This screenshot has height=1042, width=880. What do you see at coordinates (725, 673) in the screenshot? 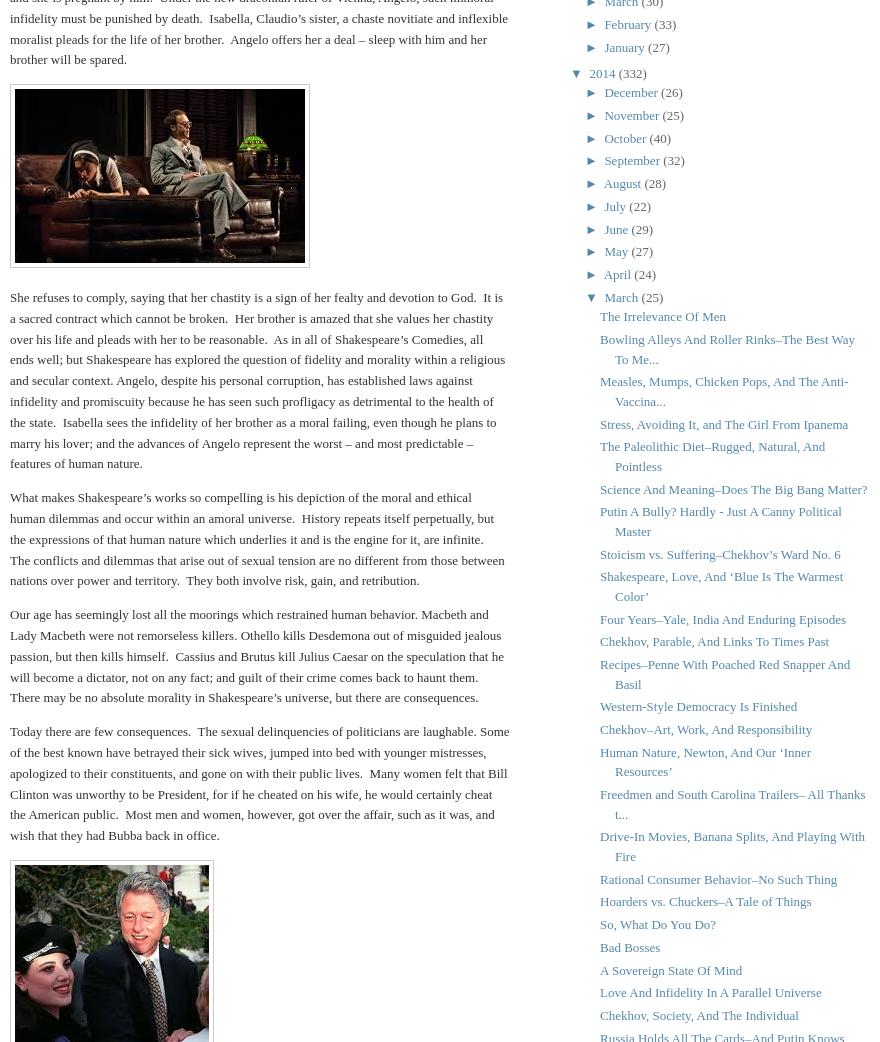
I see `'Recipes–Penne With Poached Red Snapper And Basil'` at bounding box center [725, 673].